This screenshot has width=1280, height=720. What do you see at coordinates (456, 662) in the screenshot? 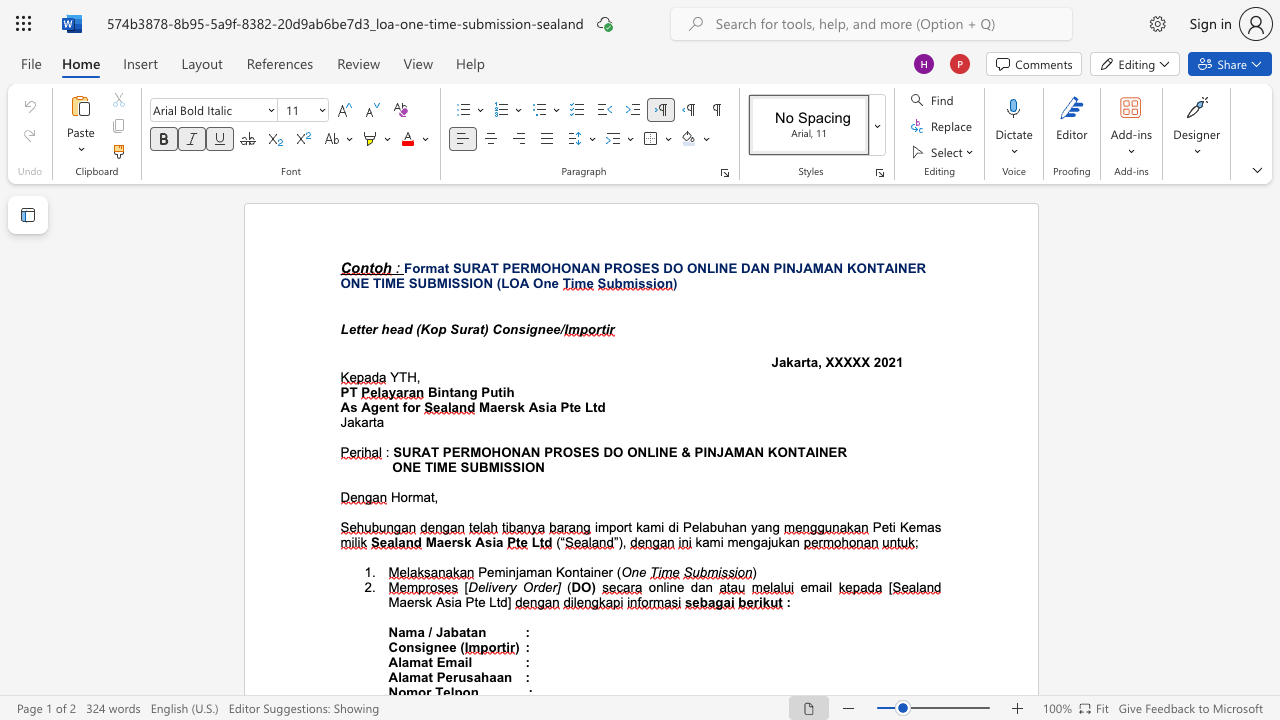
I see `the subset text "ai" within the text "Alamat Email"` at bounding box center [456, 662].